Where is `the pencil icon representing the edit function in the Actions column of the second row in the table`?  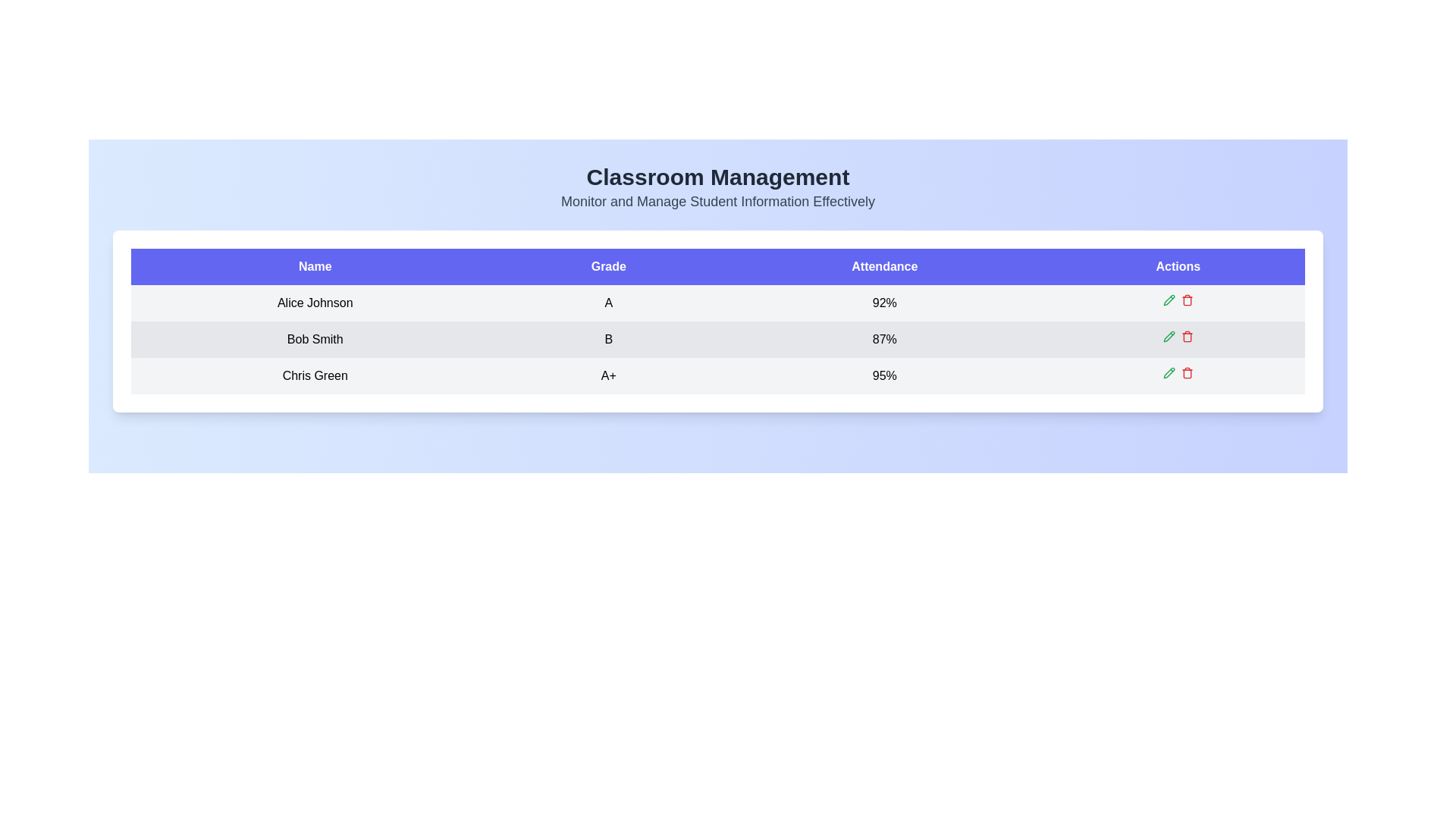
the pencil icon representing the edit function in the Actions column of the second row in the table is located at coordinates (1168, 335).